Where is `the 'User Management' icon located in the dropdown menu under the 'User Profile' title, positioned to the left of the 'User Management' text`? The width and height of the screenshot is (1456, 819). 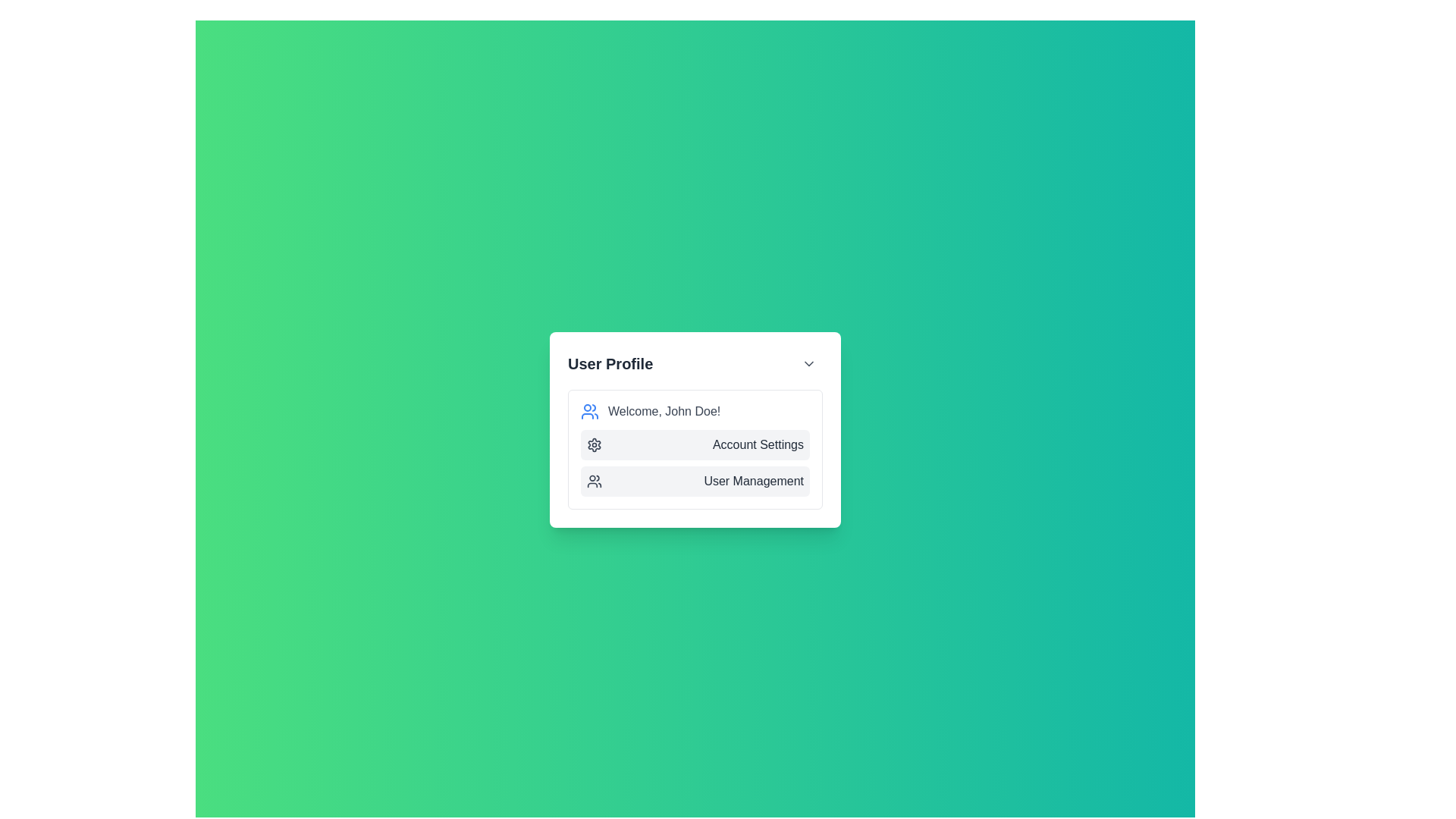 the 'User Management' icon located in the dropdown menu under the 'User Profile' title, positioned to the left of the 'User Management' text is located at coordinates (593, 482).